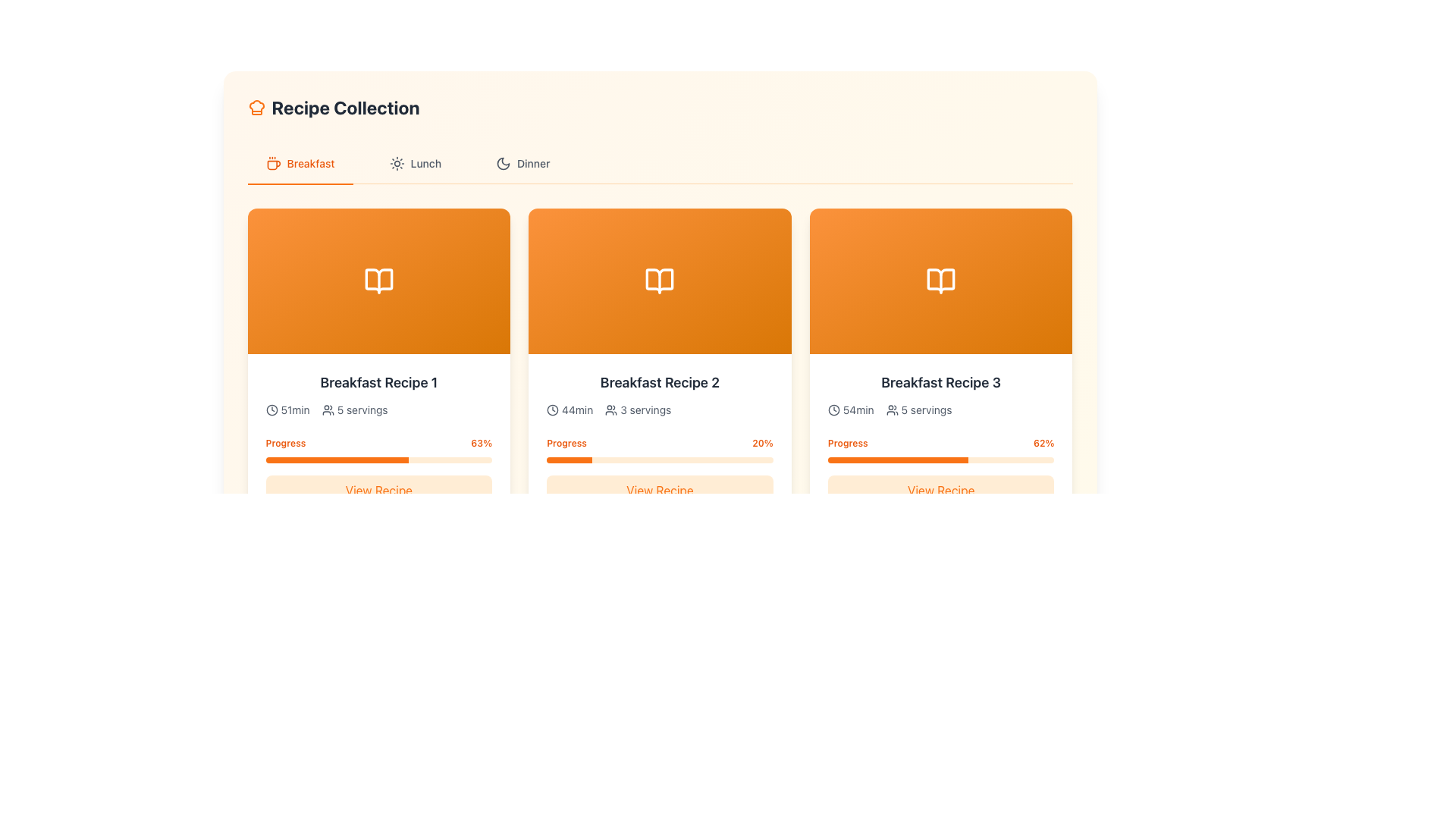  Describe the element at coordinates (362, 409) in the screenshot. I see `the Static Text Label that indicates the number of servings for 'Breakfast Recipe 1', located directly to the right of the servings icon` at that location.